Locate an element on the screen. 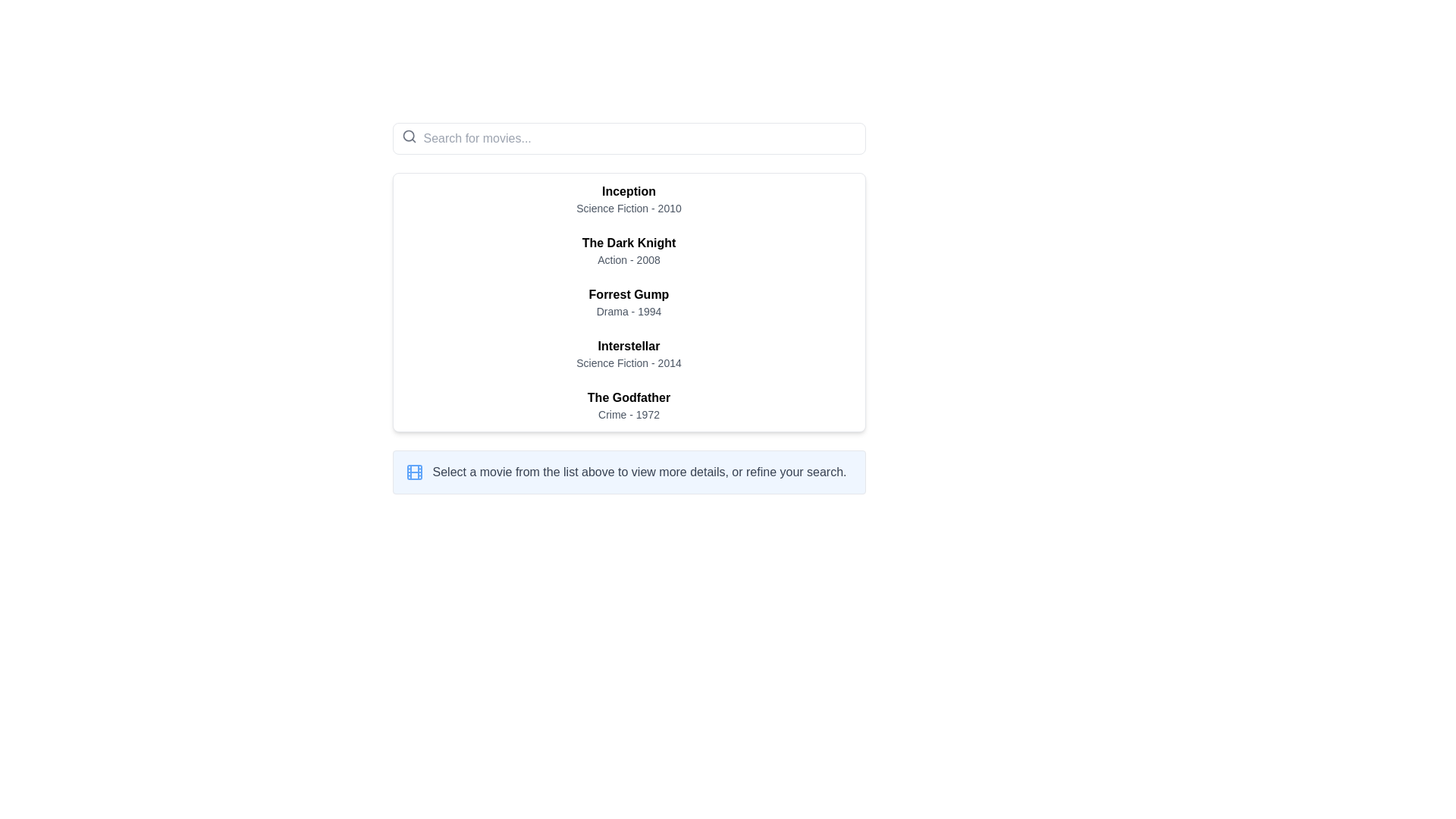 This screenshot has width=1456, height=819. the title text label of the movie 'Forrest Gump' in the selection list is located at coordinates (629, 295).